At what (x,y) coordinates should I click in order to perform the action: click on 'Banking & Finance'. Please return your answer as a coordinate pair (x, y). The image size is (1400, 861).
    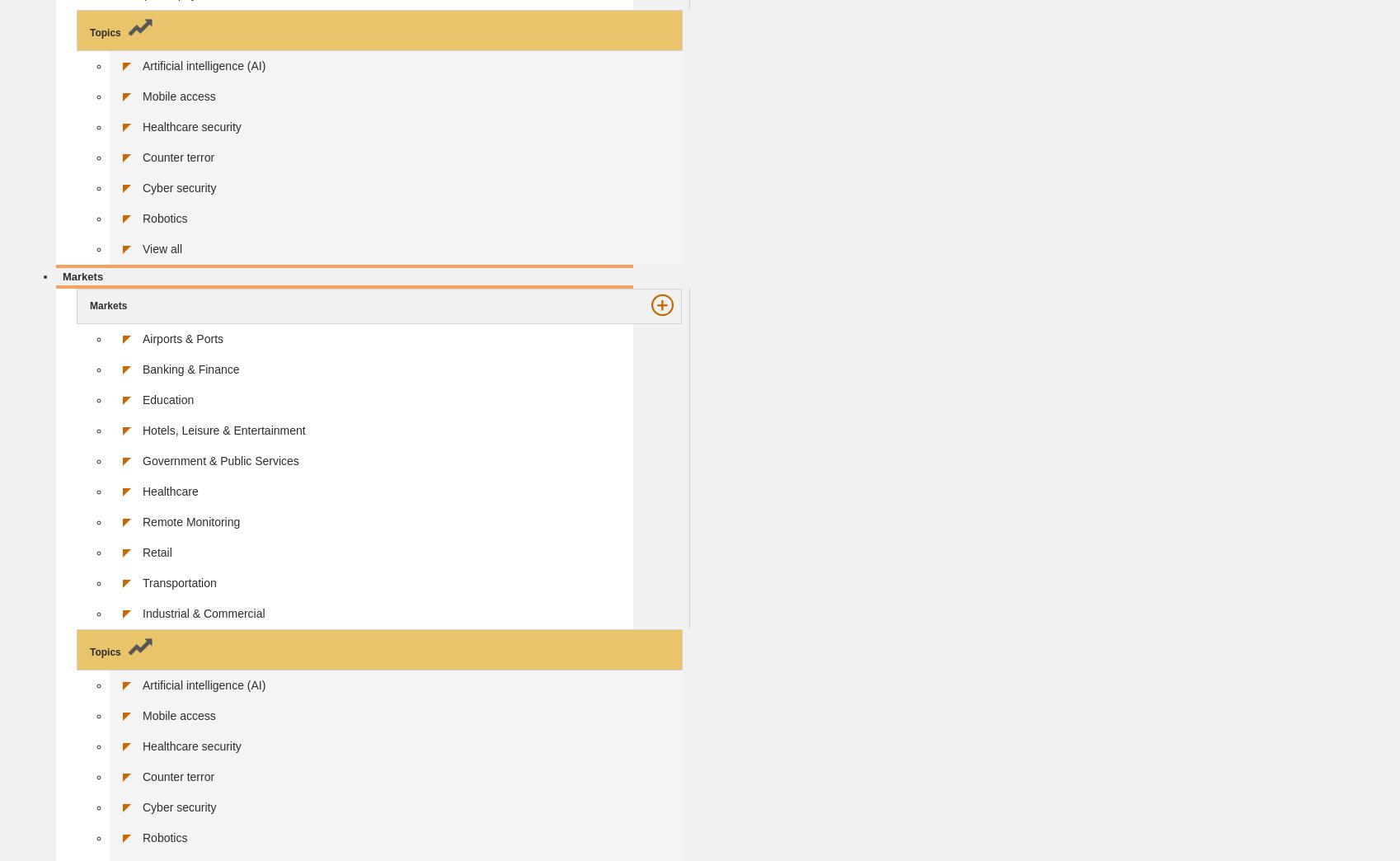
    Looking at the image, I should click on (143, 368).